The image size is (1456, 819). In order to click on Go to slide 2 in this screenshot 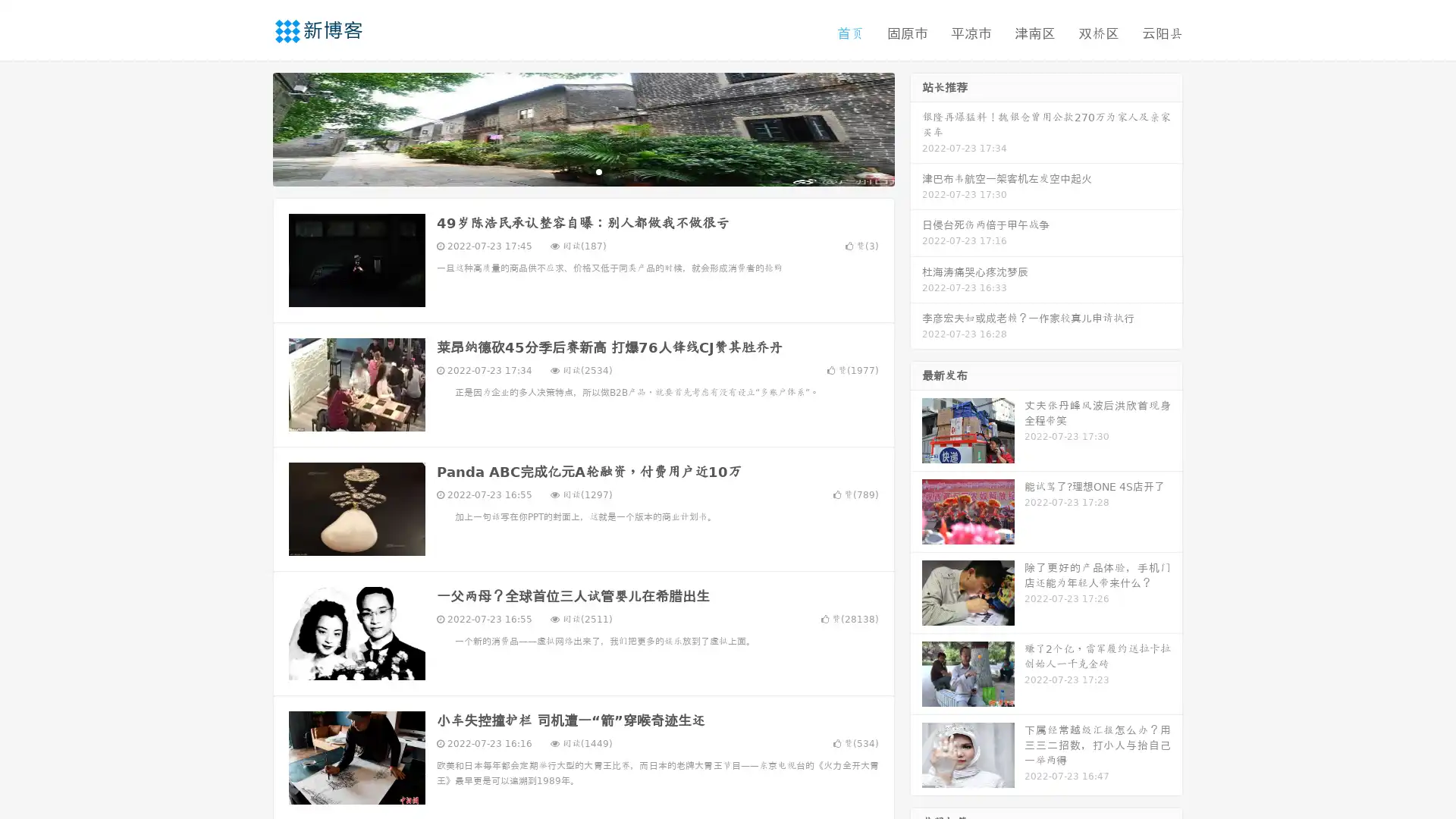, I will do `click(582, 171)`.